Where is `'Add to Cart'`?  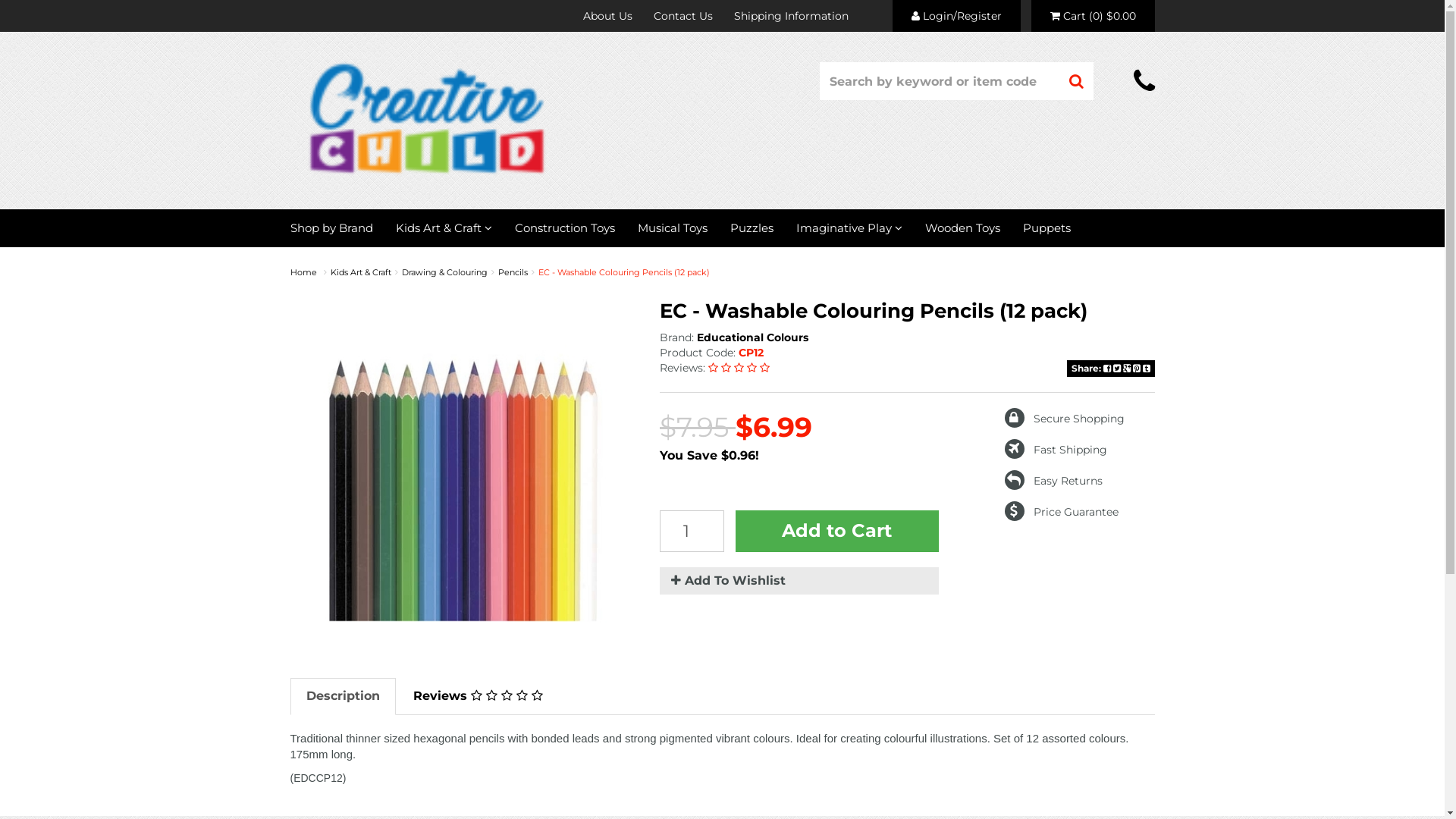
'Add to Cart' is located at coordinates (836, 530).